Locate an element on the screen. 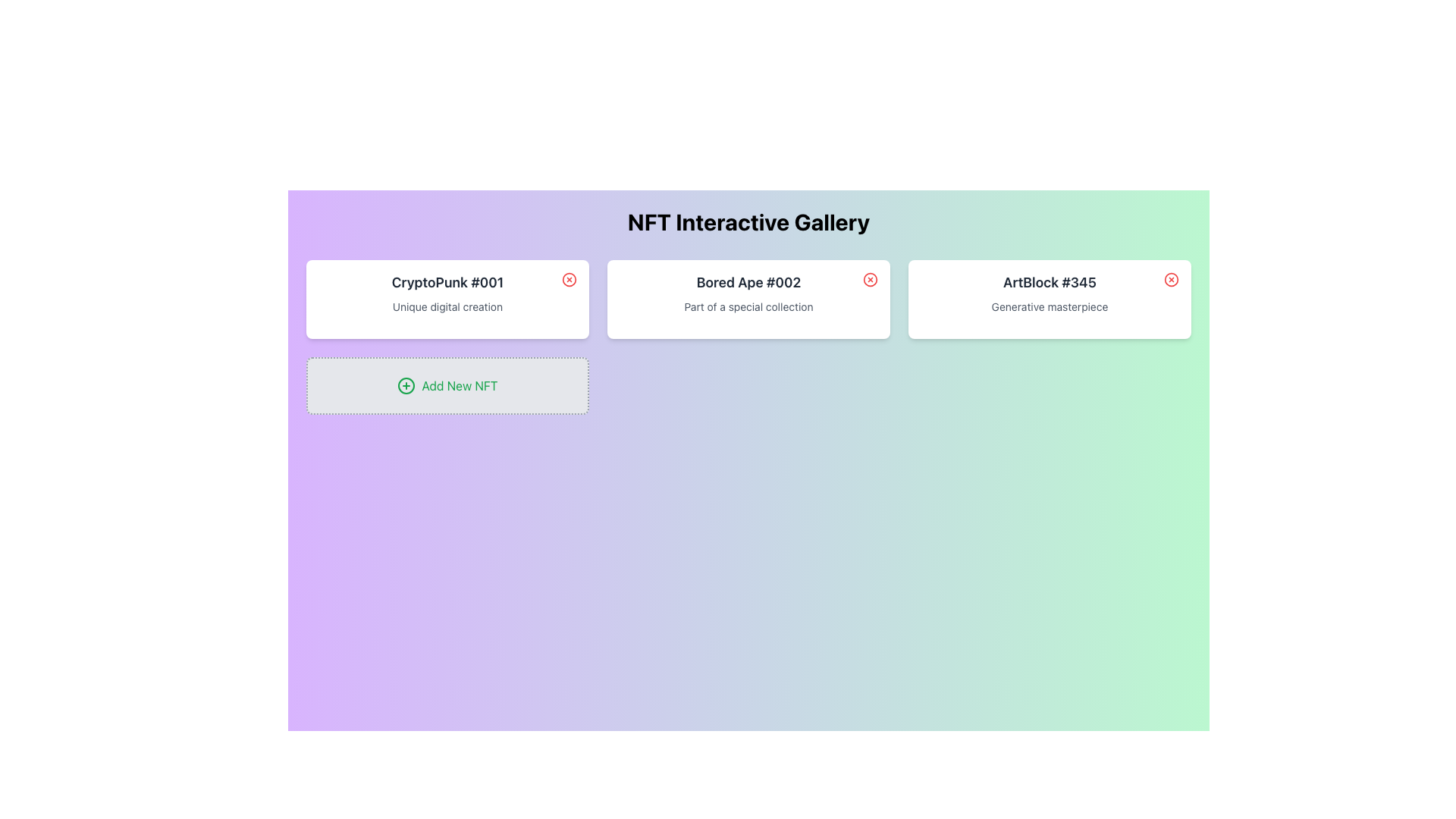 Image resolution: width=1456 pixels, height=819 pixels. the Information Card titled 'ArtBlock #345', which has a white background, rounded corners, and a red close icon in the top-right corner is located at coordinates (1049, 299).